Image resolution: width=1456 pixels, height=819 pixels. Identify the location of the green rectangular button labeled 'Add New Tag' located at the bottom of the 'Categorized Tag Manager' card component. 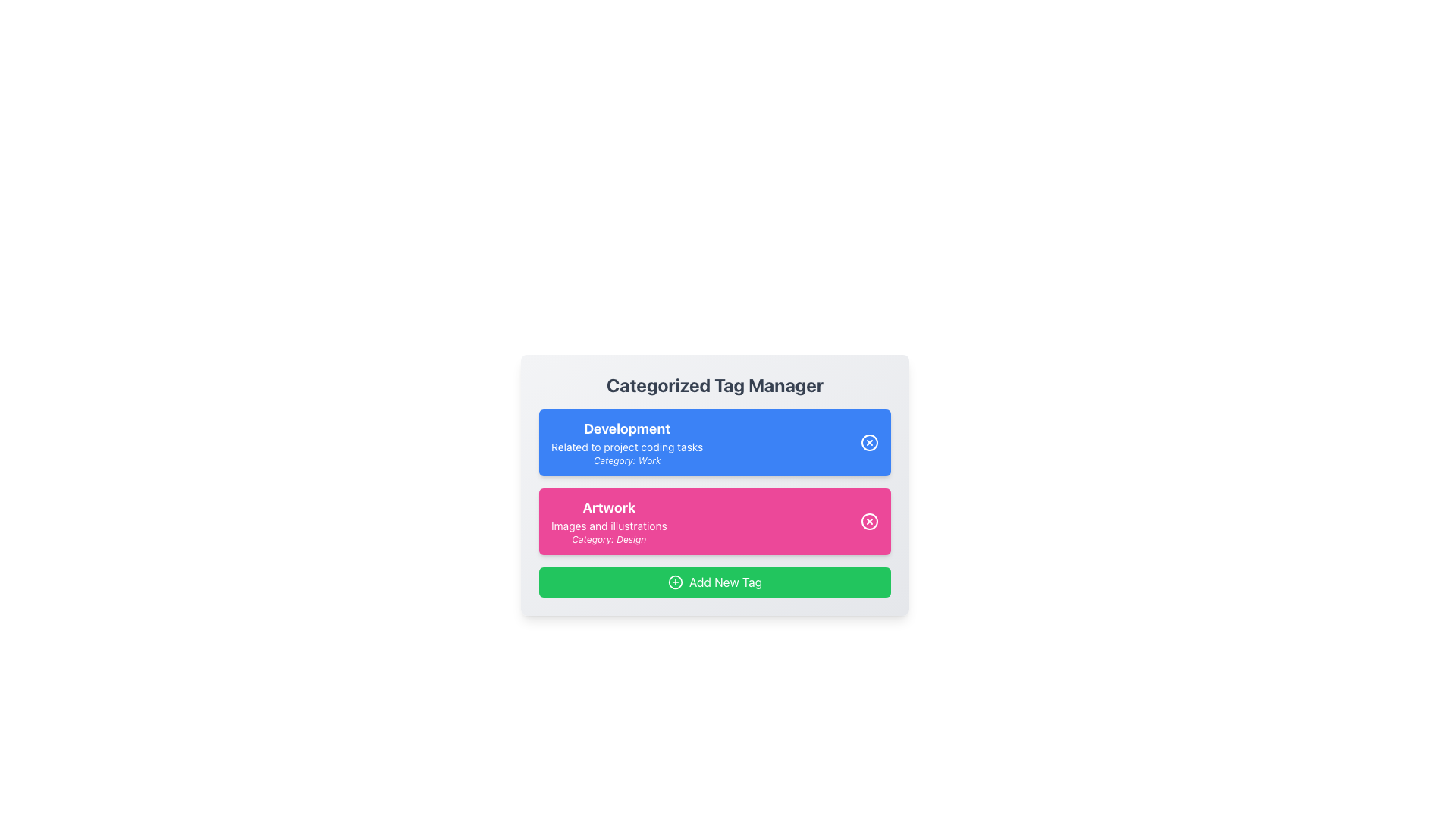
(714, 581).